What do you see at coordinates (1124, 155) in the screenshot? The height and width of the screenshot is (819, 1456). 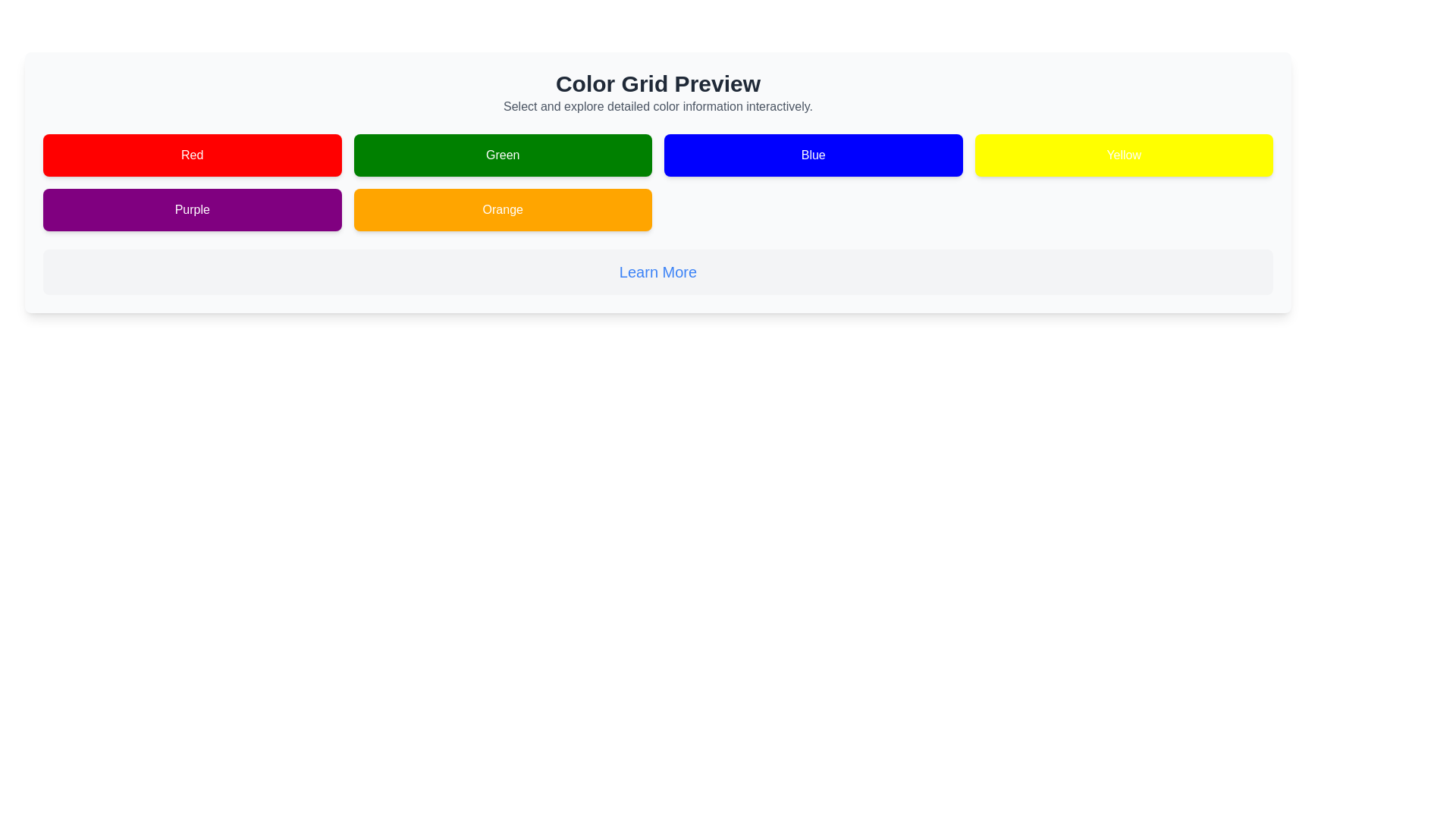 I see `the color selection button for yellow, which is the fourth button in the top row of the grid layout, positioned to the right of the 'Blue' button` at bounding box center [1124, 155].